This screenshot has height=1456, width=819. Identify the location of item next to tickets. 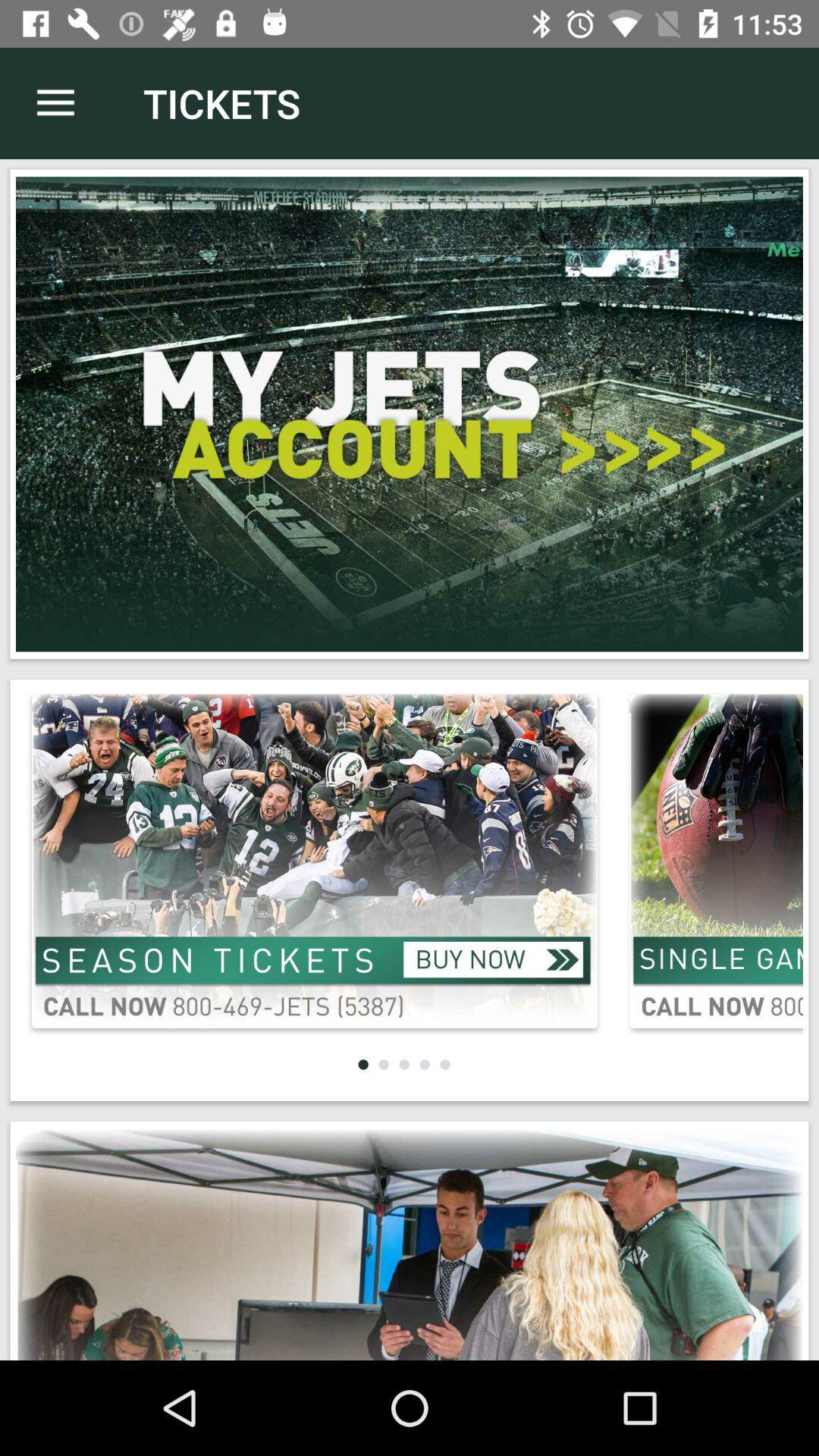
(55, 102).